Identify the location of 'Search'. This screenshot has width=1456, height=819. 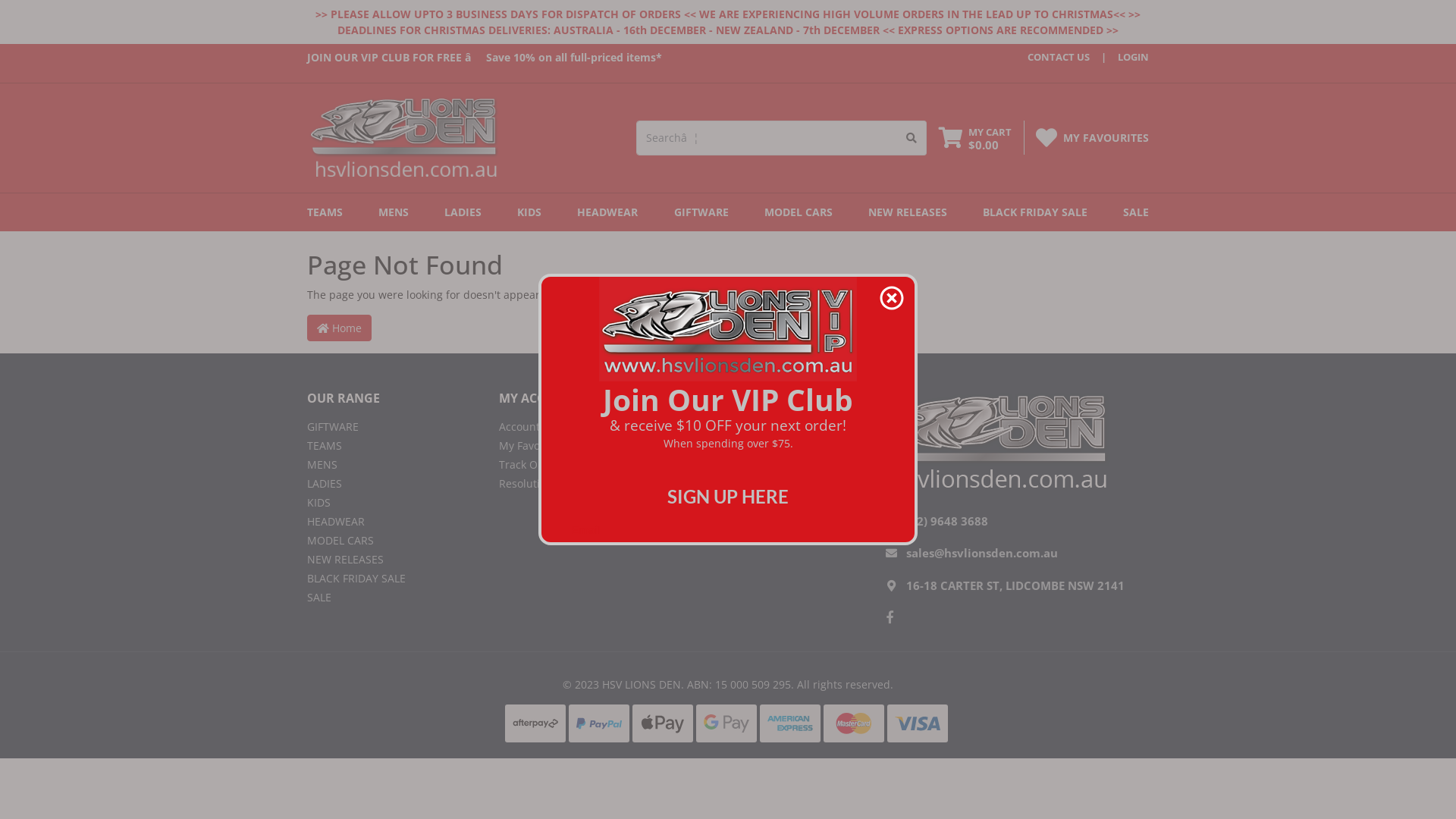
(911, 137).